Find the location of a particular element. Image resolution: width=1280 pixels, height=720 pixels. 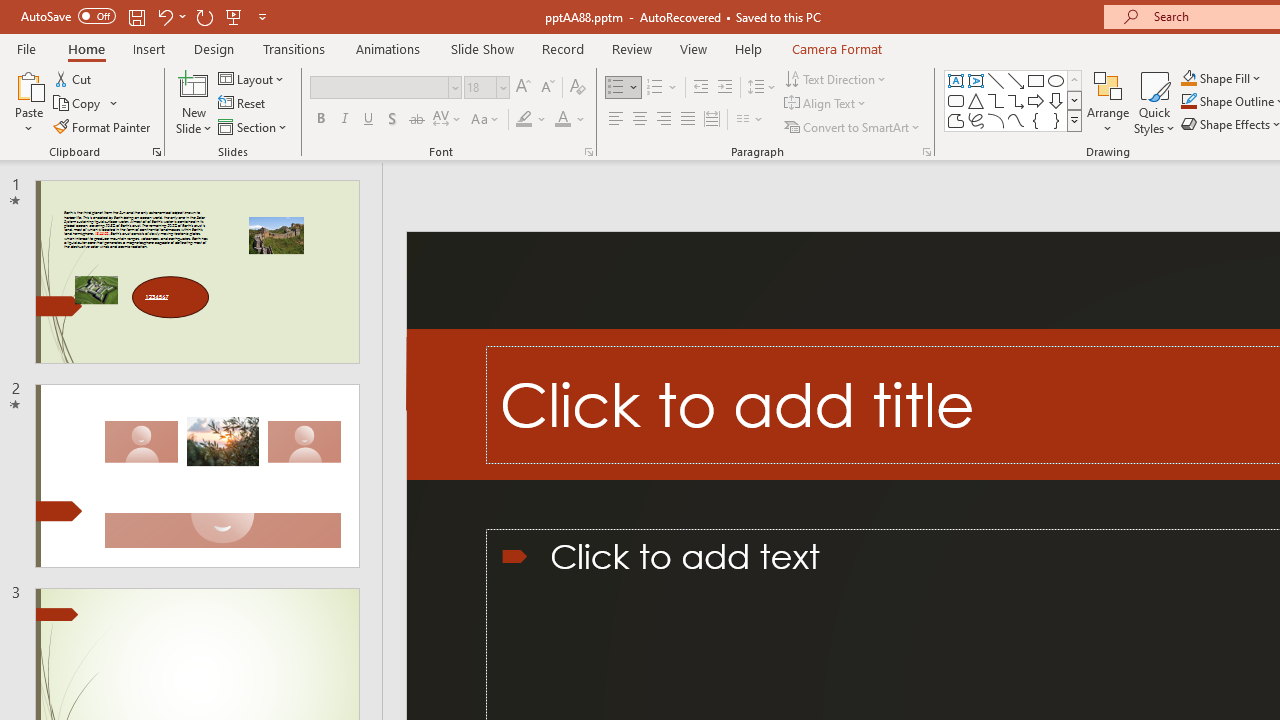

'New Slide' is located at coordinates (193, 84).